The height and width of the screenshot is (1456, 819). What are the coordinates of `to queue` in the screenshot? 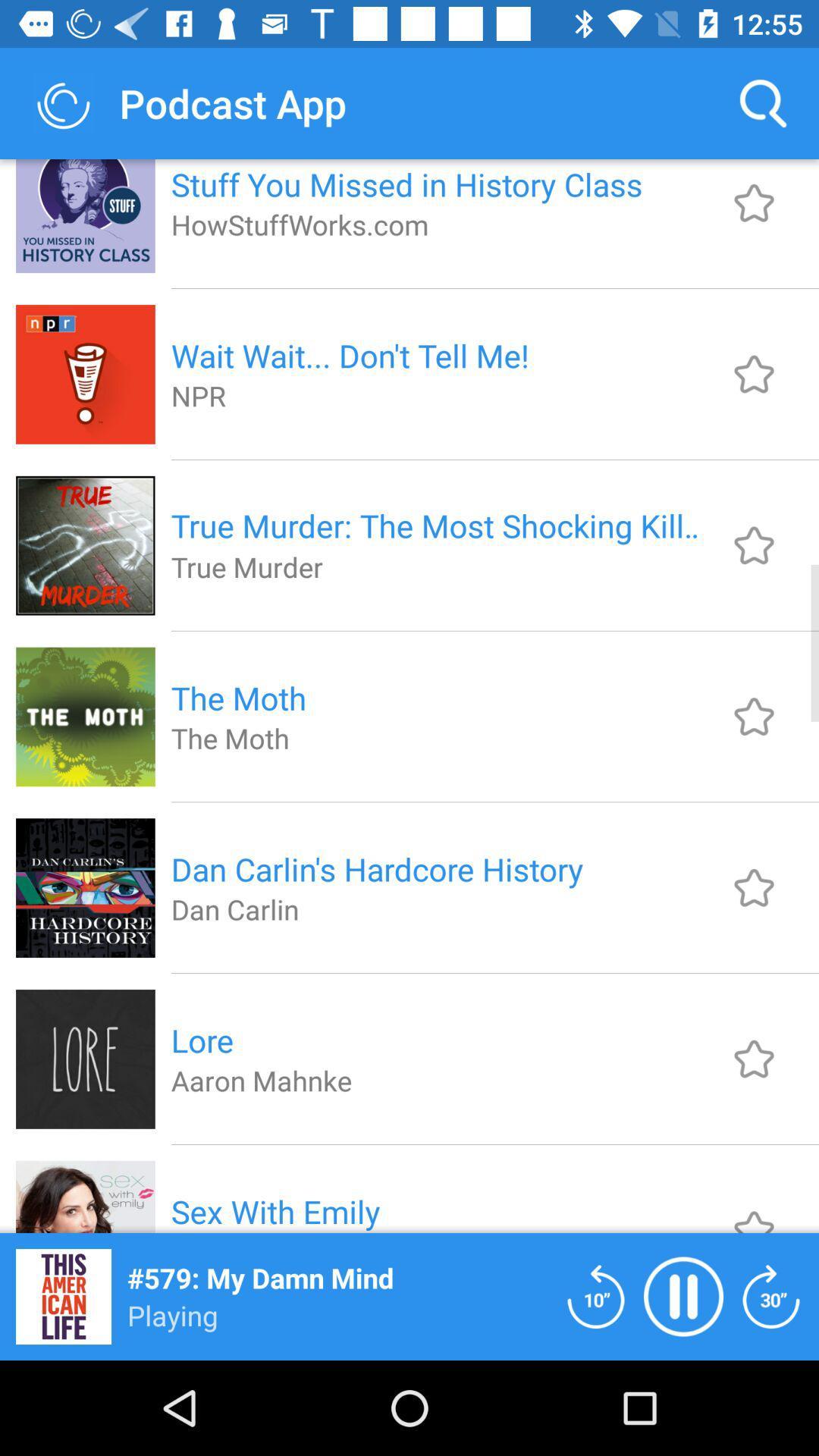 It's located at (754, 887).